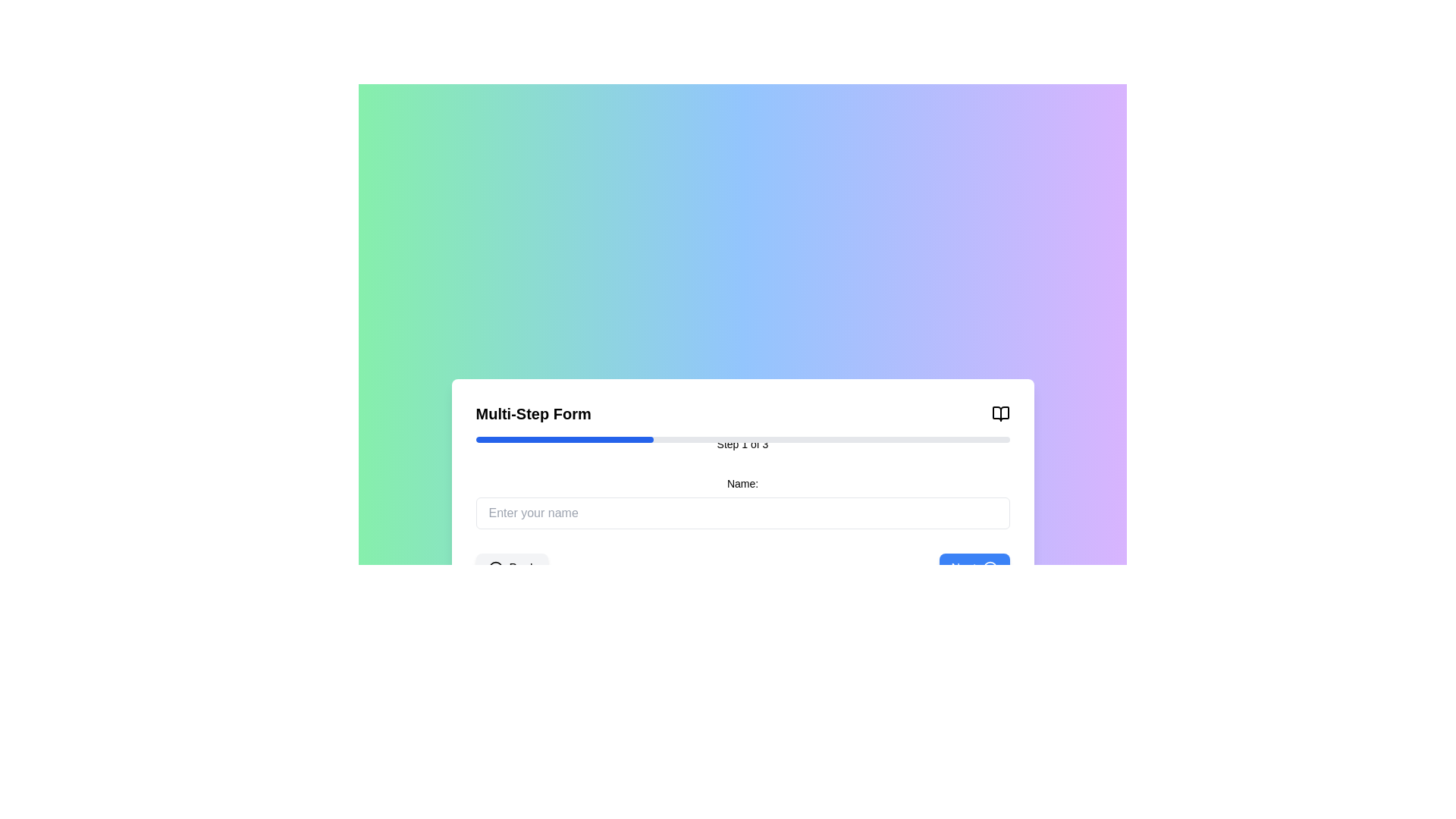  I want to click on the SVG Circle icon that represents a backward or undo action, located at the bottom-left of the content area, so click(495, 568).